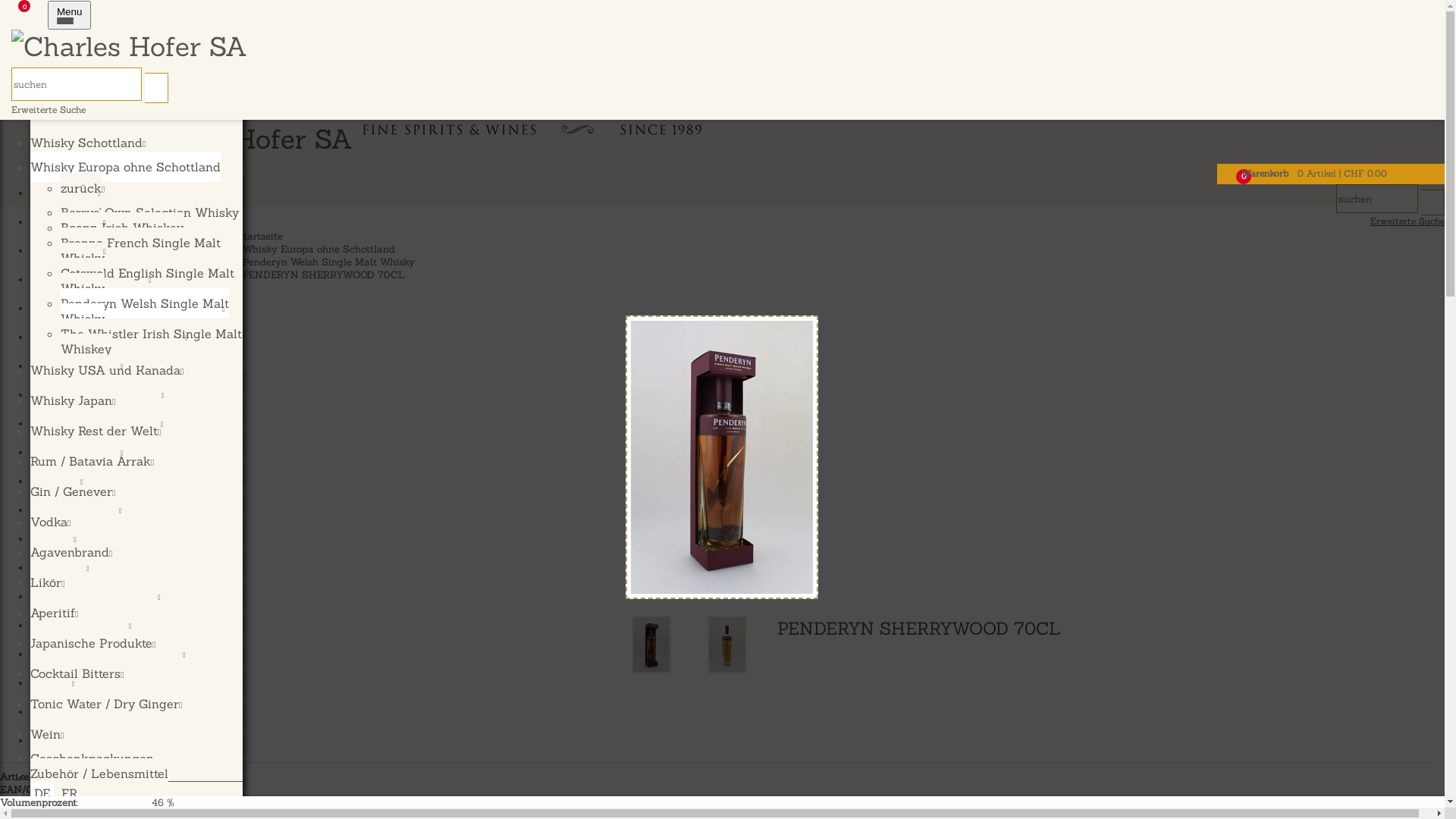  What do you see at coordinates (259, 236) in the screenshot?
I see `'Startseite'` at bounding box center [259, 236].